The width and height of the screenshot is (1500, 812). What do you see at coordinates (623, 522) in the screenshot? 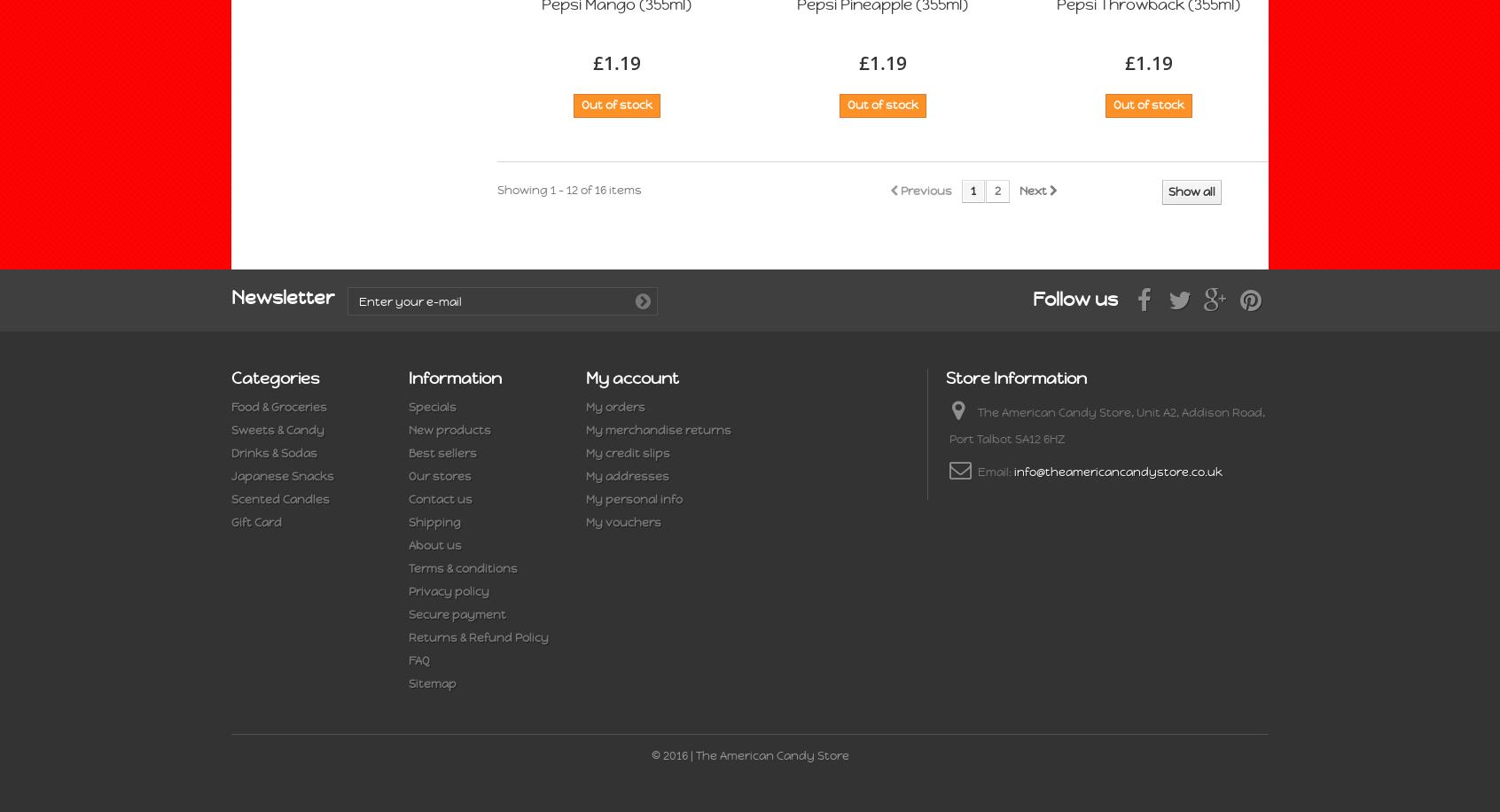
I see `'My vouchers'` at bounding box center [623, 522].